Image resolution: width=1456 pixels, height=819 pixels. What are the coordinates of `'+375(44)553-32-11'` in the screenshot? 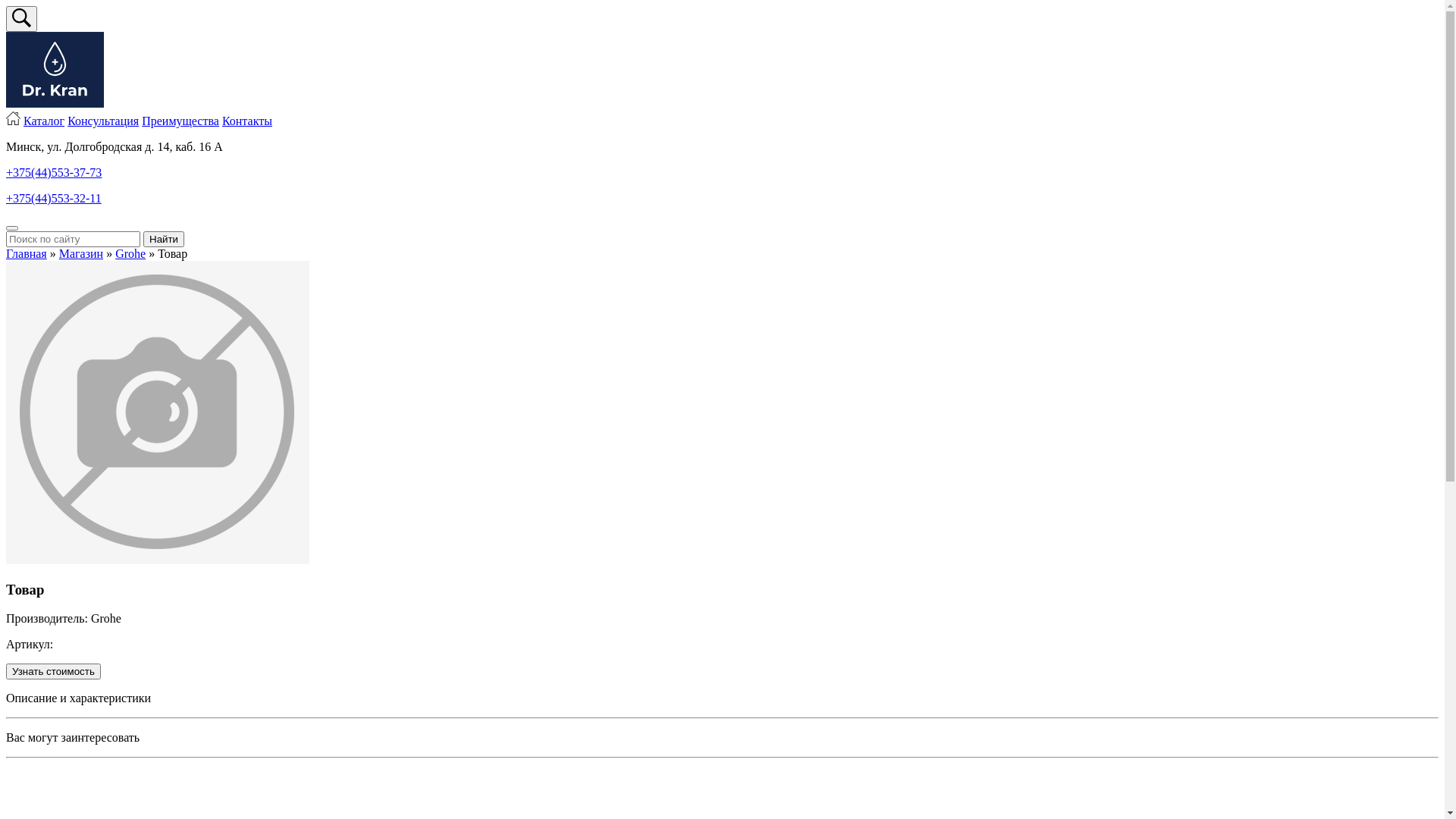 It's located at (54, 197).